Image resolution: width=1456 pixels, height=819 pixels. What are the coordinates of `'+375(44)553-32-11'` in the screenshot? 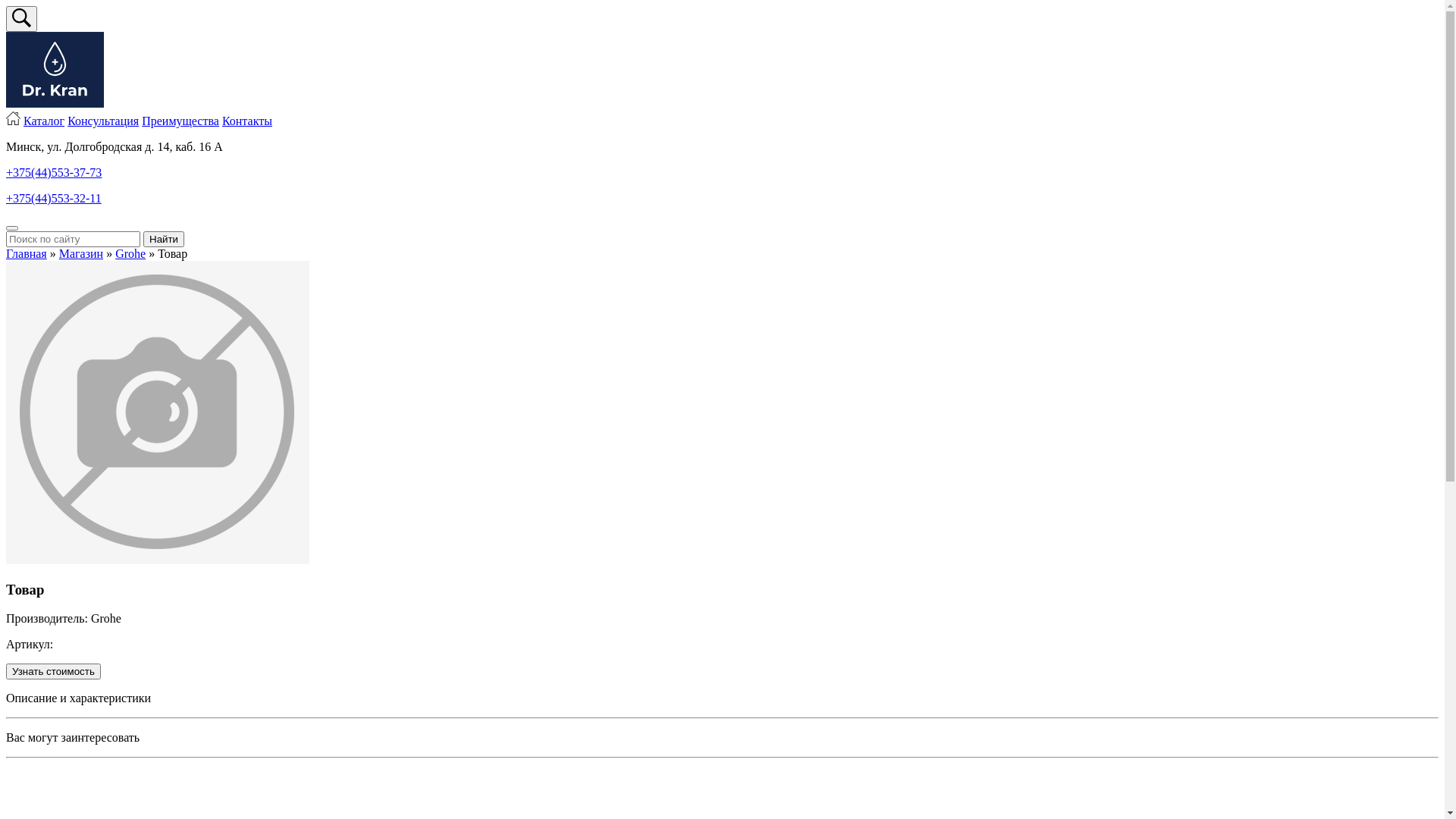 It's located at (54, 197).